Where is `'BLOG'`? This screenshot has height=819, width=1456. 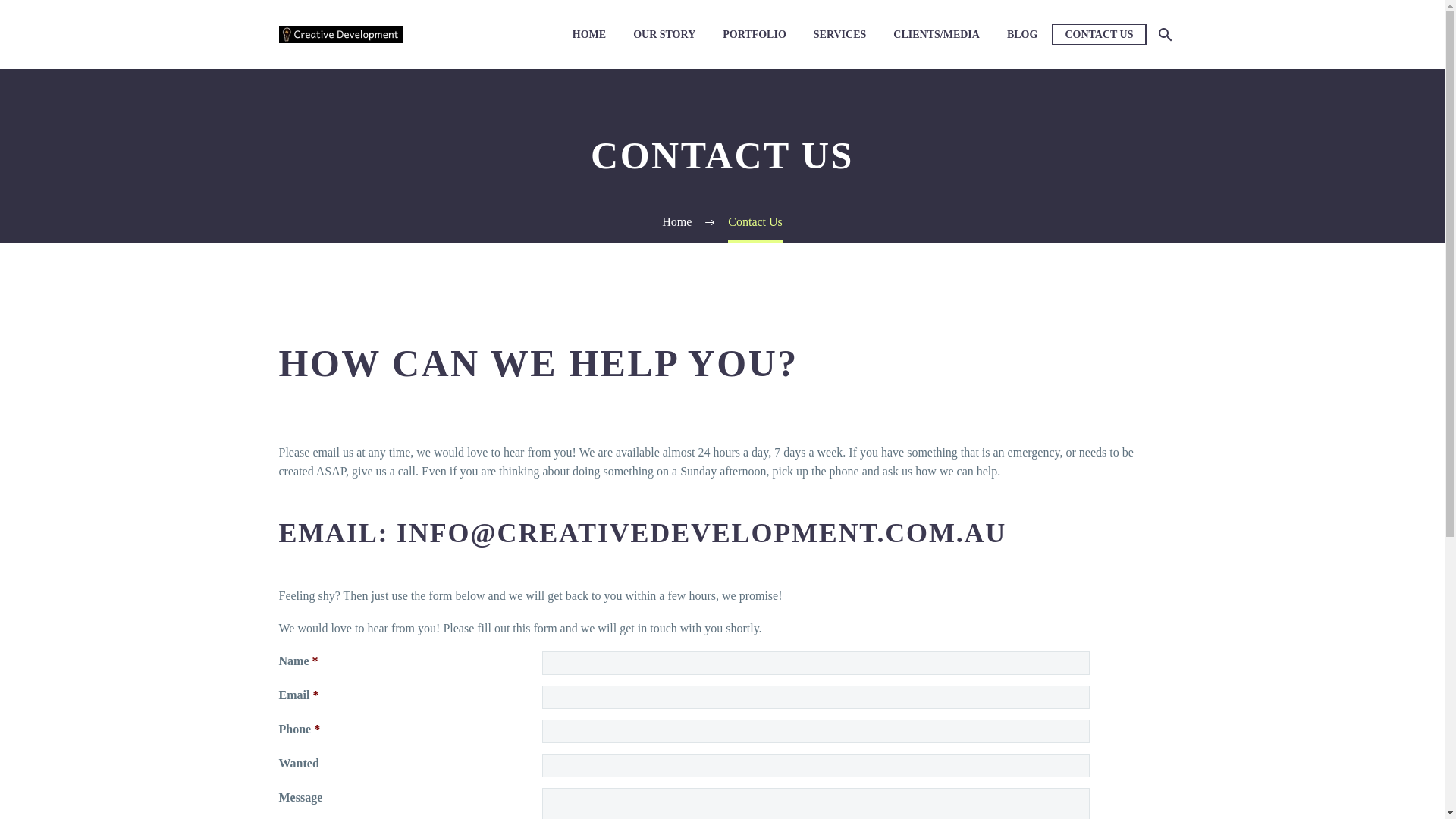 'BLOG' is located at coordinates (1022, 34).